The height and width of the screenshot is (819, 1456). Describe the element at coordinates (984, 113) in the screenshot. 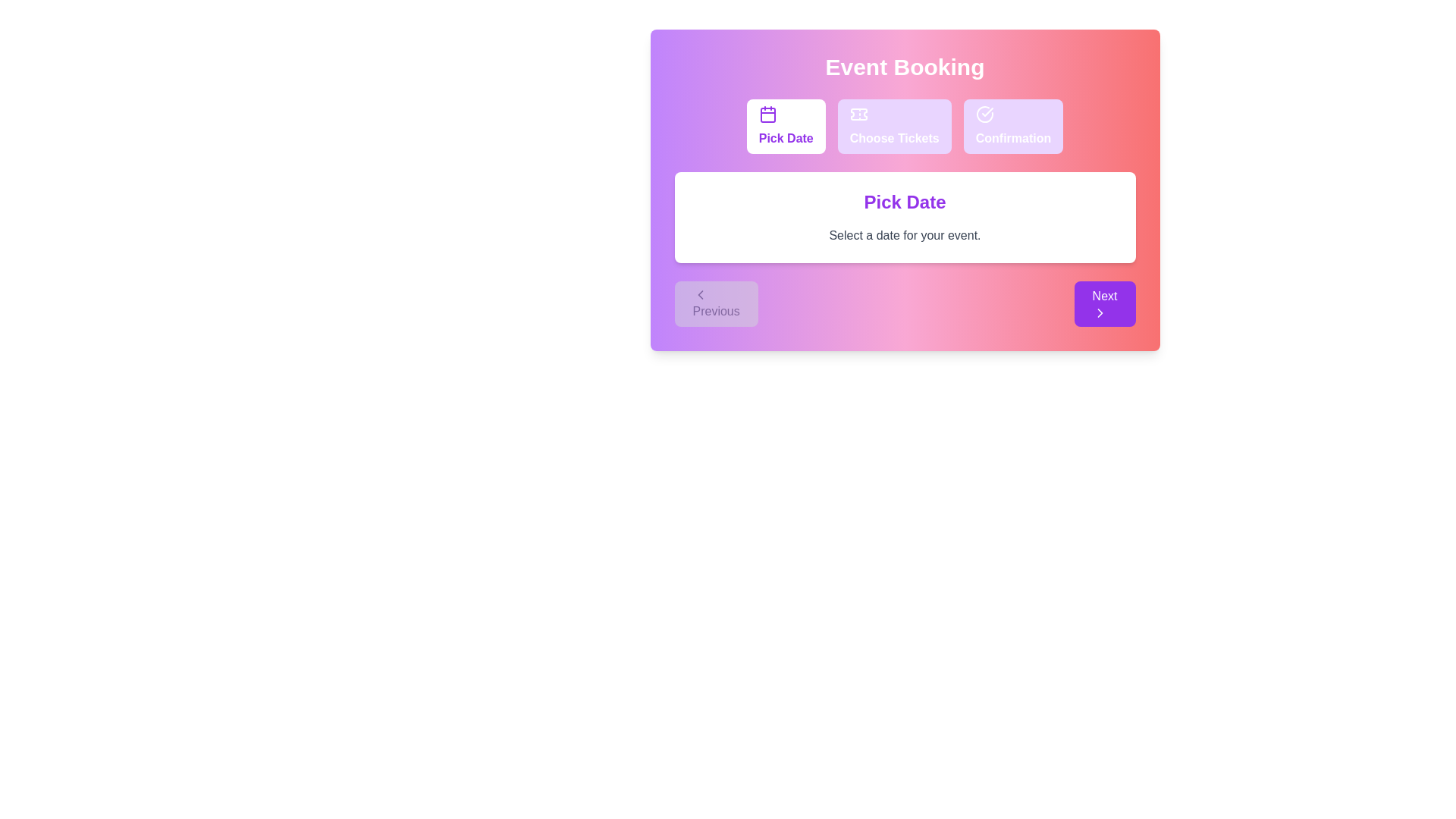

I see `the confirmation icon, which visually represents success and is part of the 'Confirmation' button located under the 'Event Booking' heading` at that location.